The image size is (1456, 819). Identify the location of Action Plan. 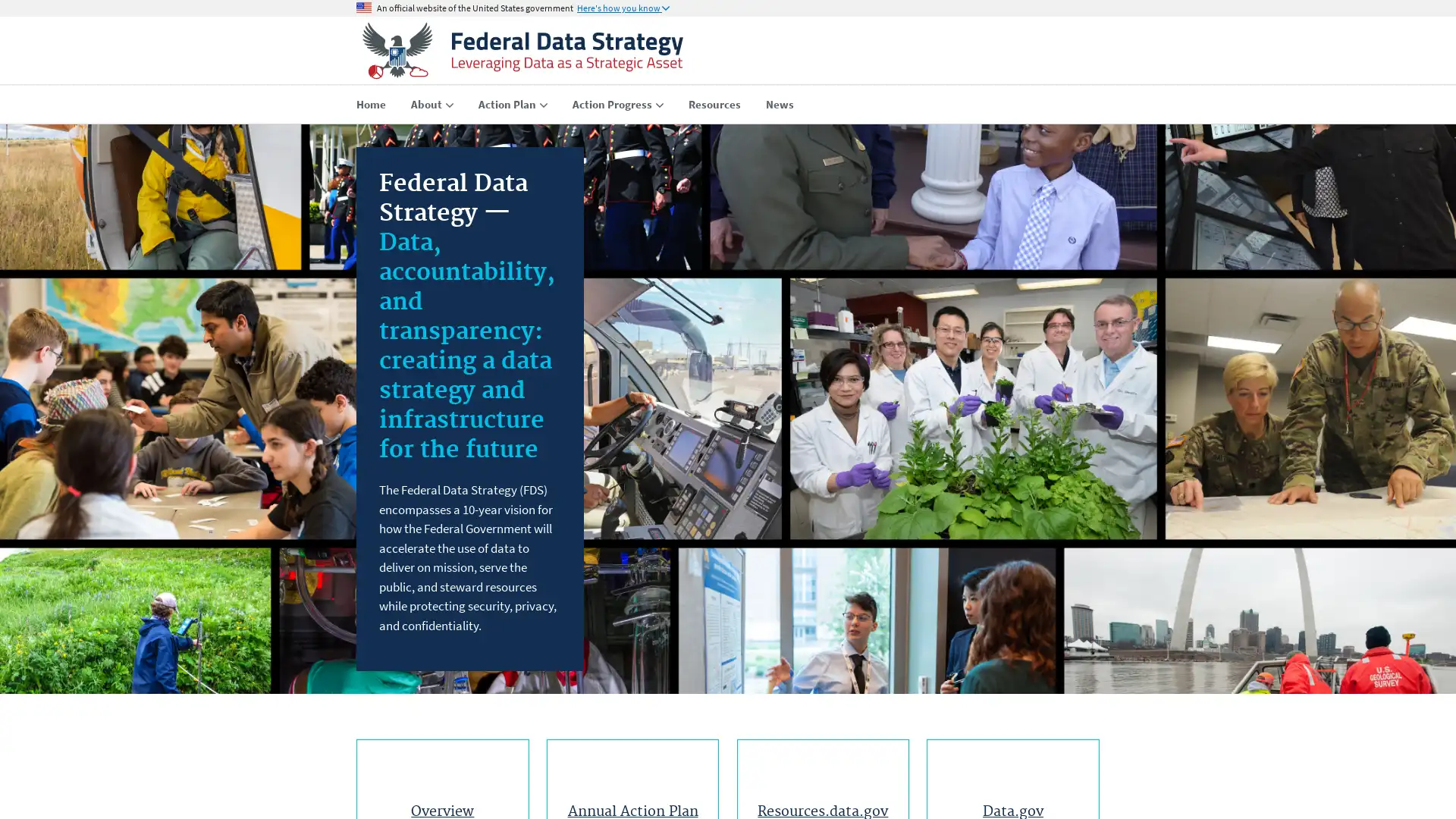
(513, 103).